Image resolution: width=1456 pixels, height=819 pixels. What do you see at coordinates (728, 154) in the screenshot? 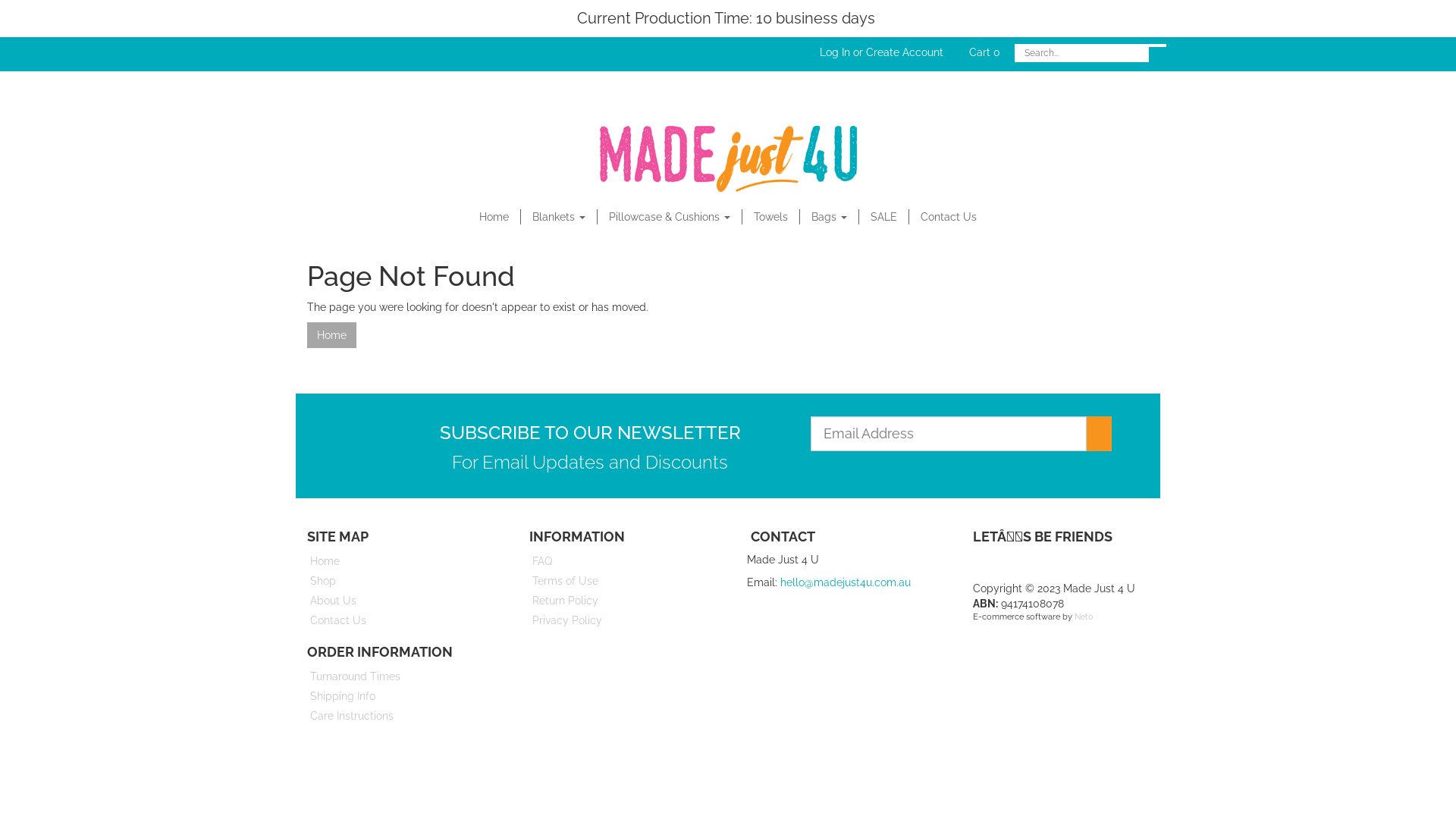
I see `'Made Just 4 U'` at bounding box center [728, 154].